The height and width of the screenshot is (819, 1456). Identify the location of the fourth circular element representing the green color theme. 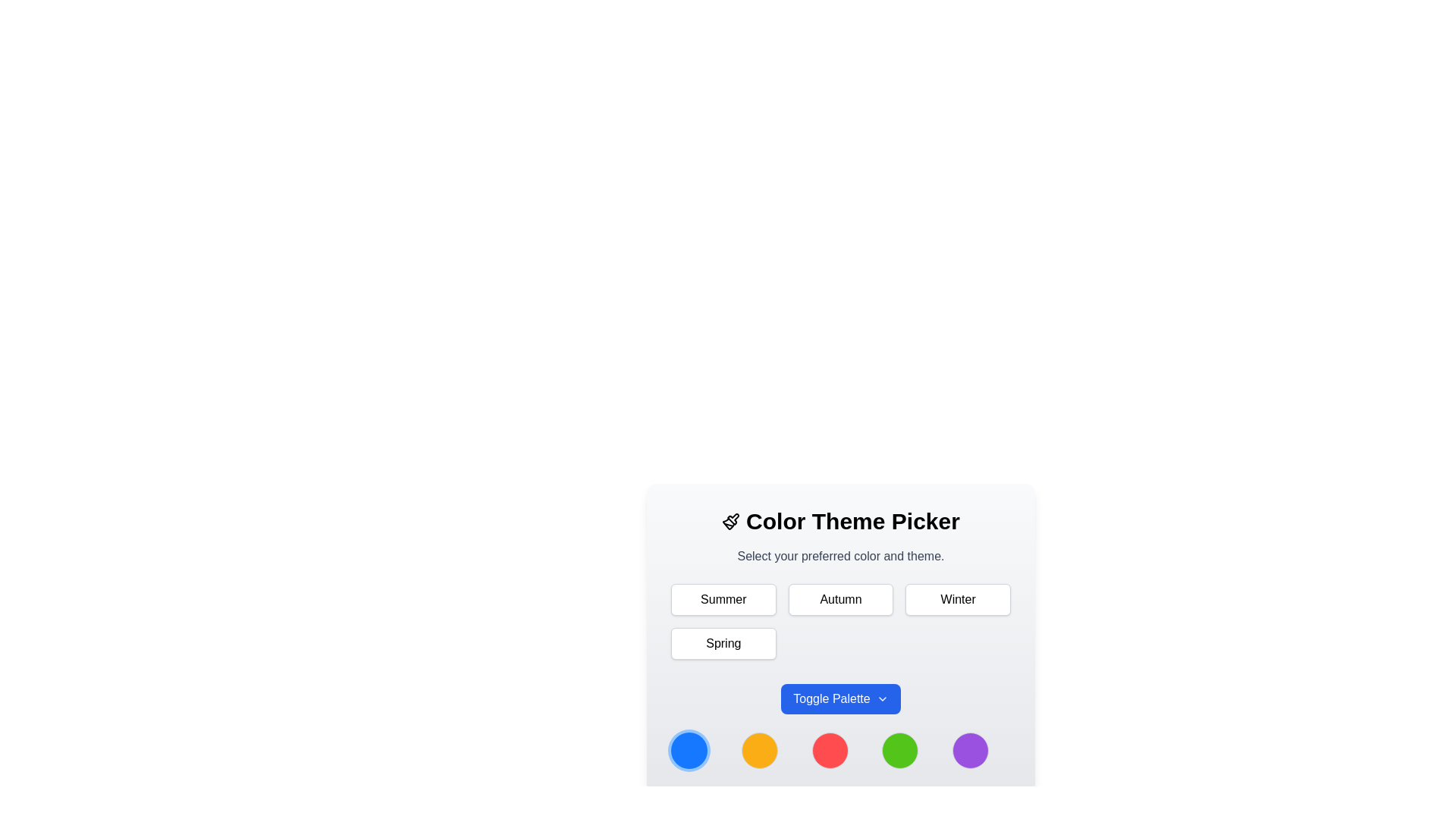
(900, 751).